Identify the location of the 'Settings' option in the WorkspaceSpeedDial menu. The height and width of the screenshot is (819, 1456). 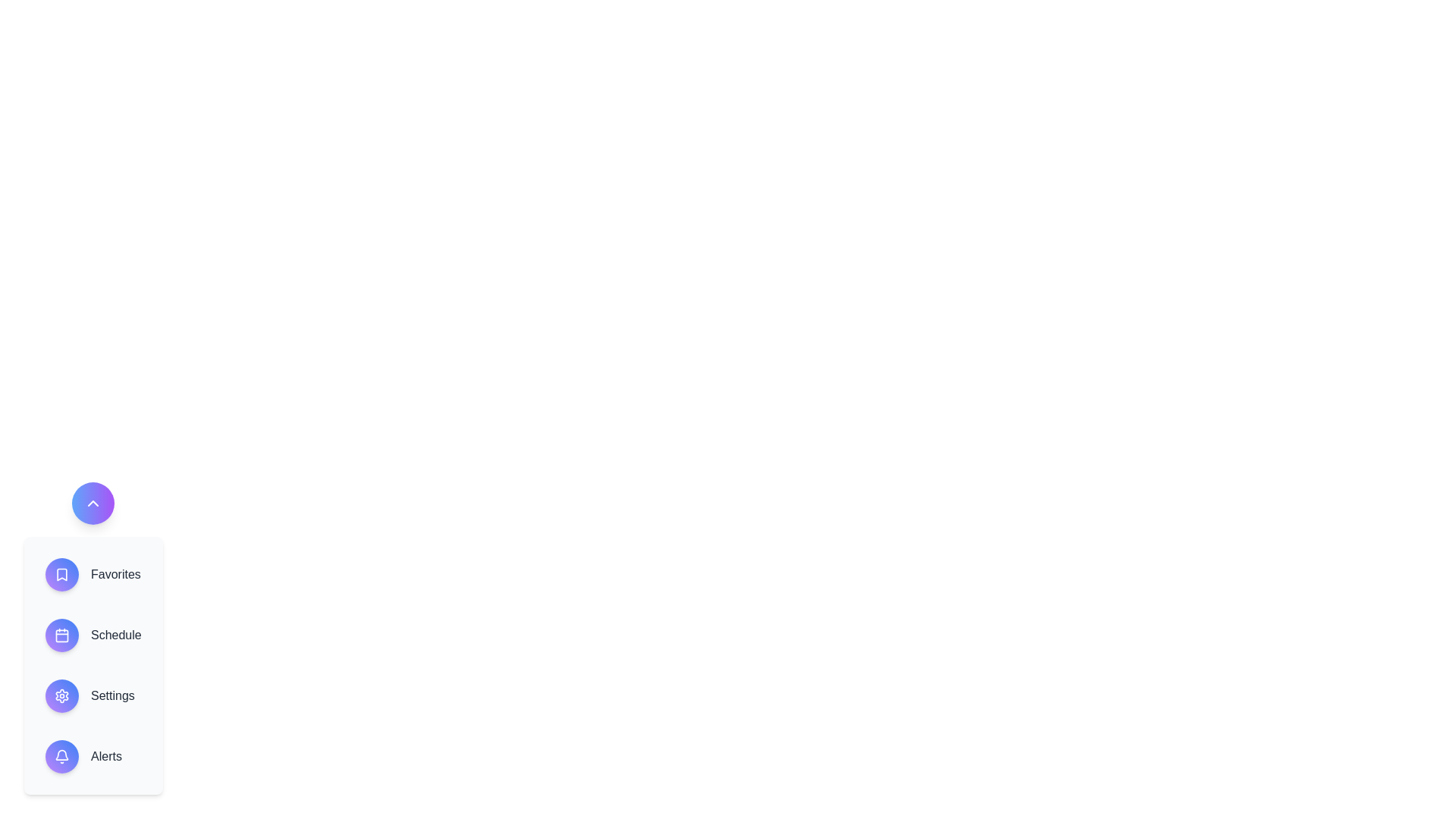
(111, 696).